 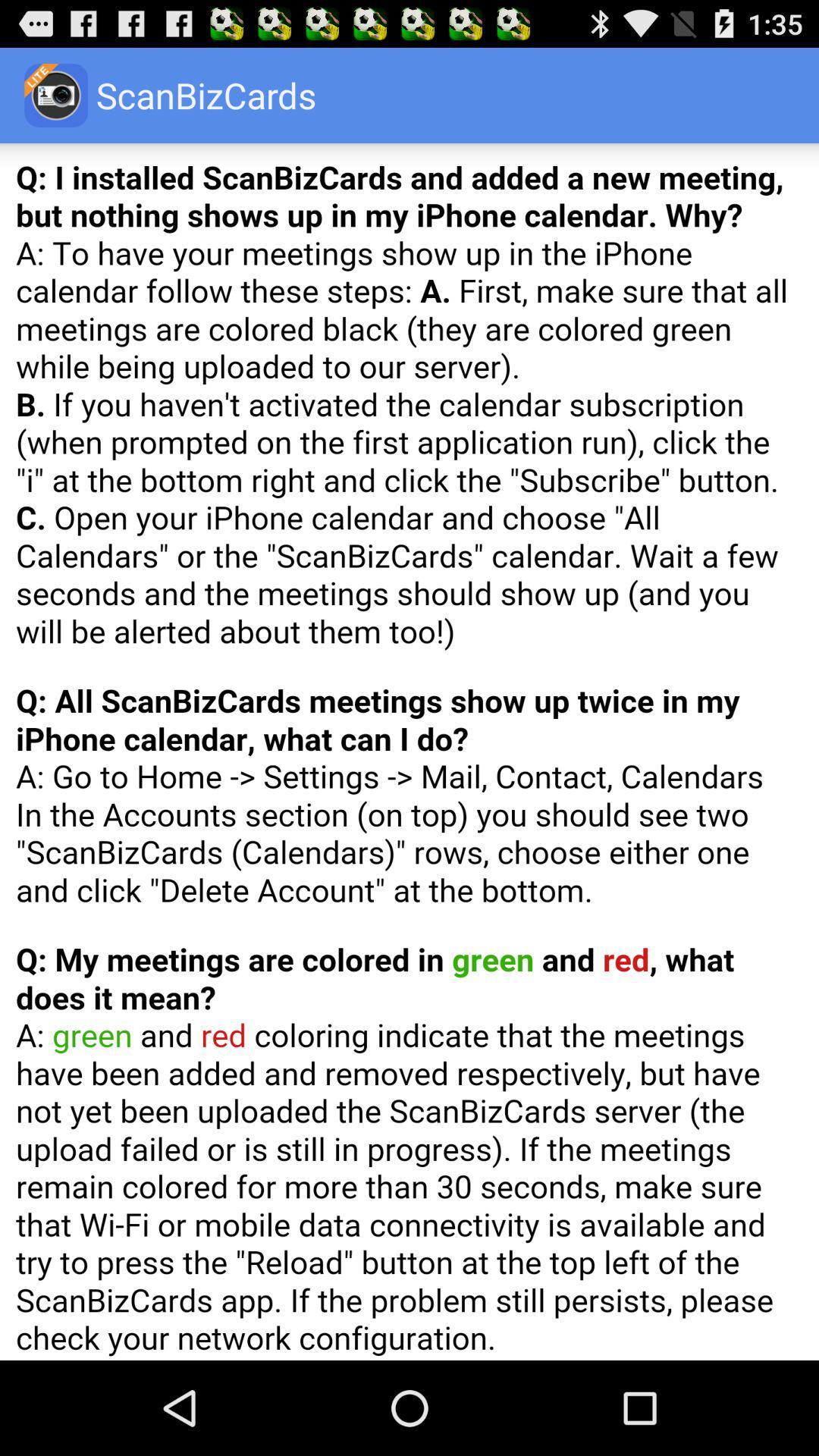 I want to click on advertisement page, so click(x=409, y=752).